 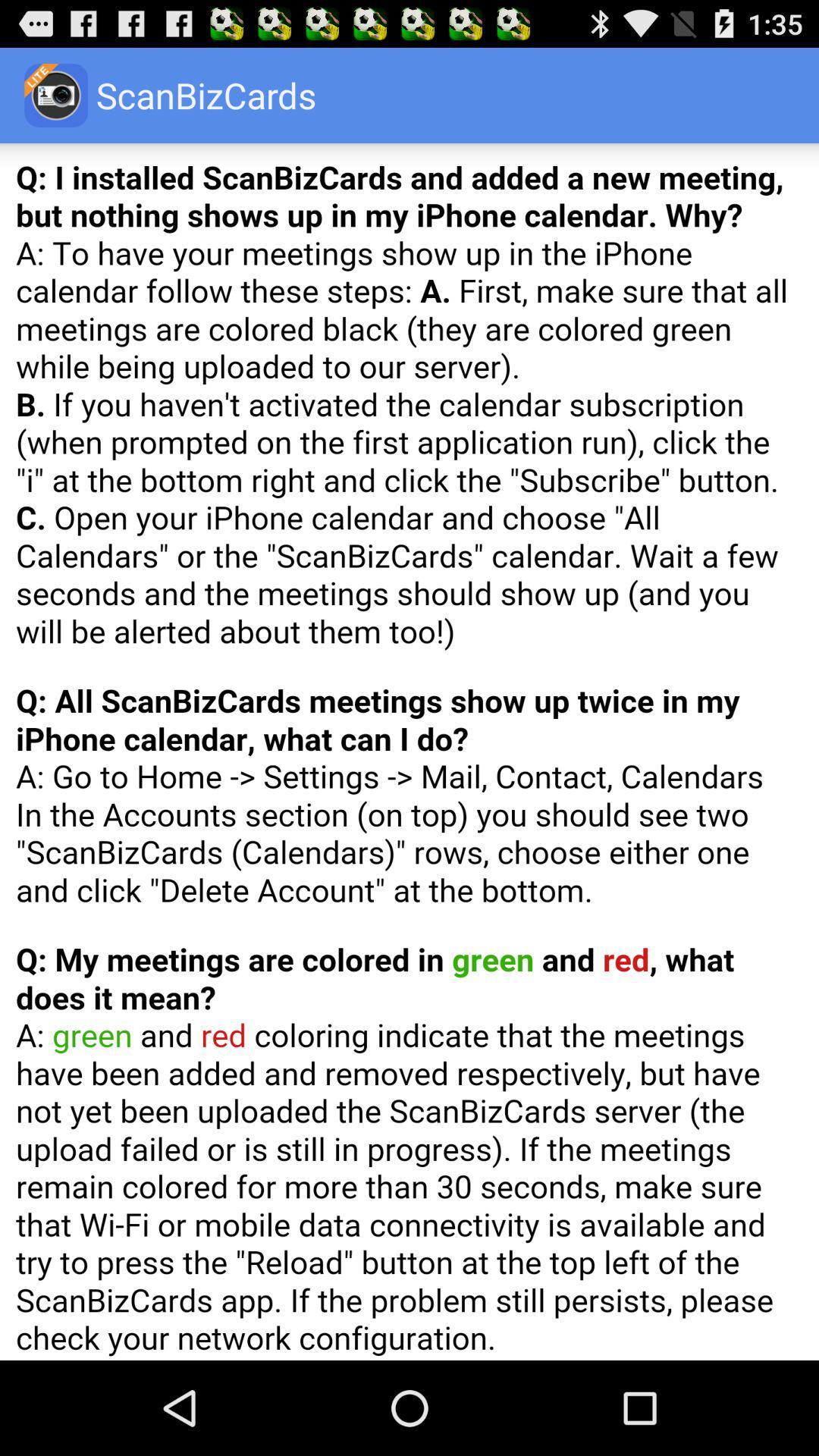 I want to click on advertisement page, so click(x=409, y=752).